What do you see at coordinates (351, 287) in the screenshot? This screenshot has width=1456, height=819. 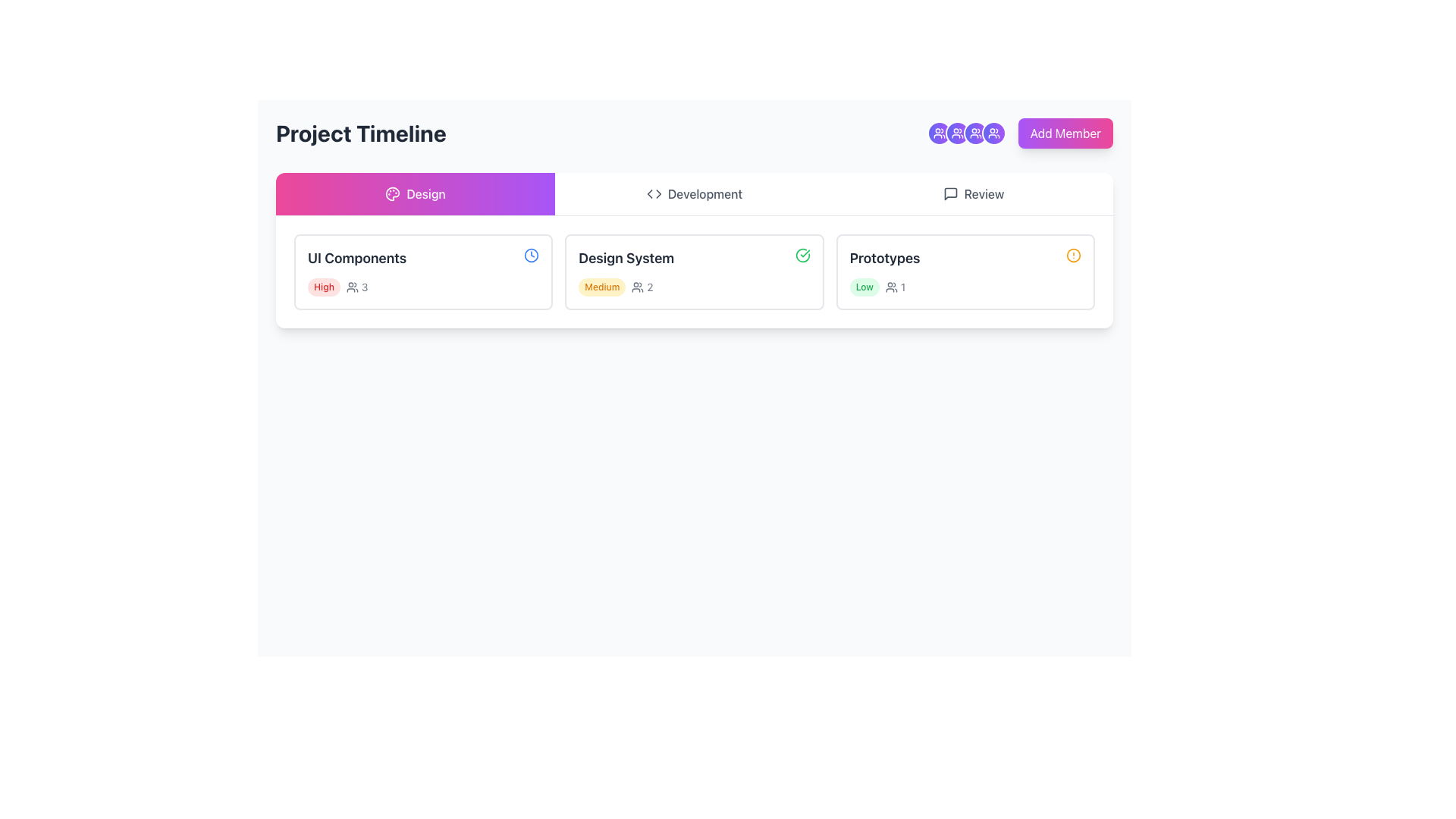 I see `the user-related information icon located within the 'UI Components' card, positioned to the right of the 'High' label and before the numerical value '3'` at bounding box center [351, 287].